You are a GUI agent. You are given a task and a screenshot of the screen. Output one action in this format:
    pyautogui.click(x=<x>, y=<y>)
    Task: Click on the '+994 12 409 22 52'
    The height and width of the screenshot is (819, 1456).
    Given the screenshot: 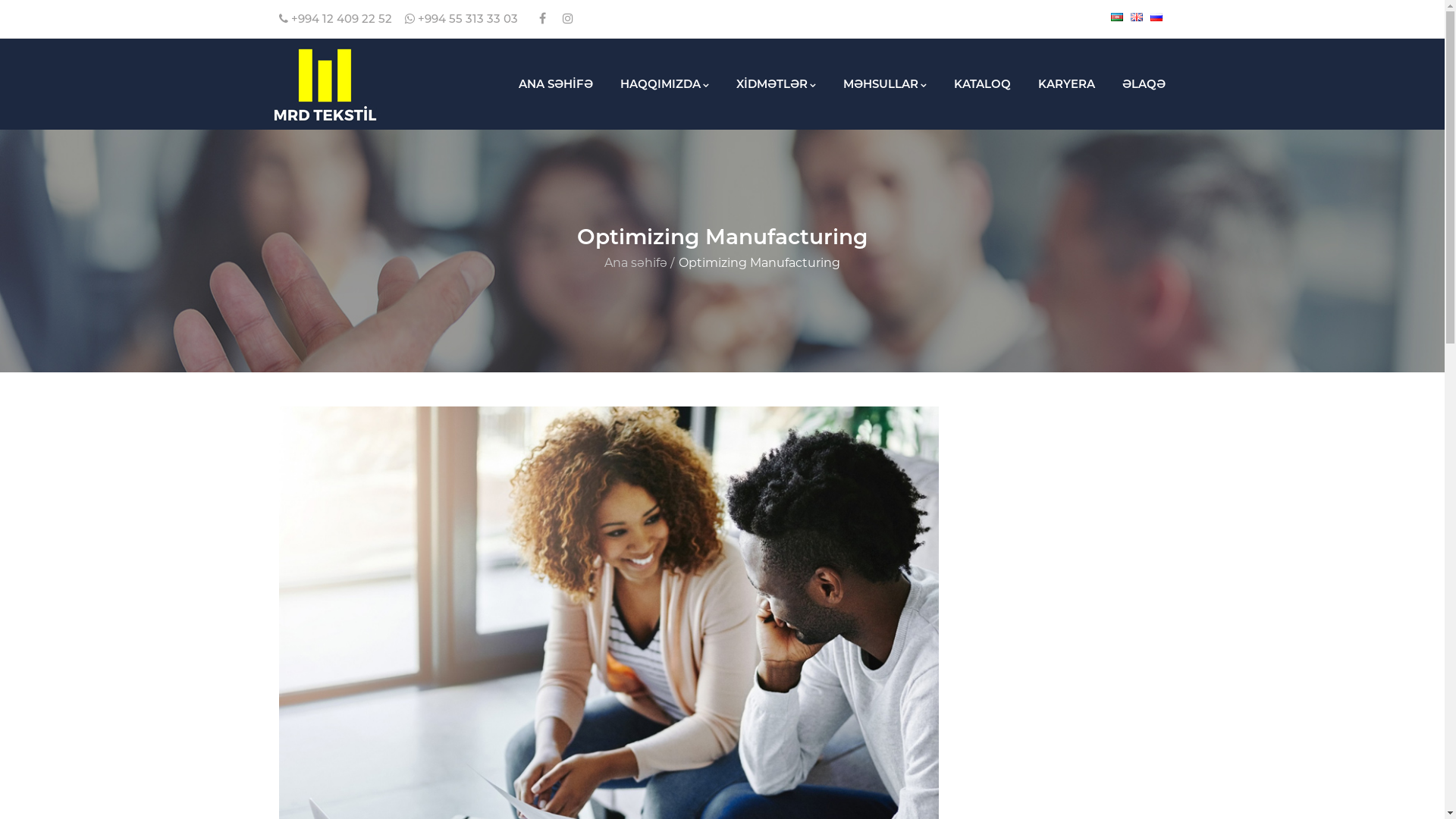 What is the action you would take?
    pyautogui.click(x=279, y=18)
    